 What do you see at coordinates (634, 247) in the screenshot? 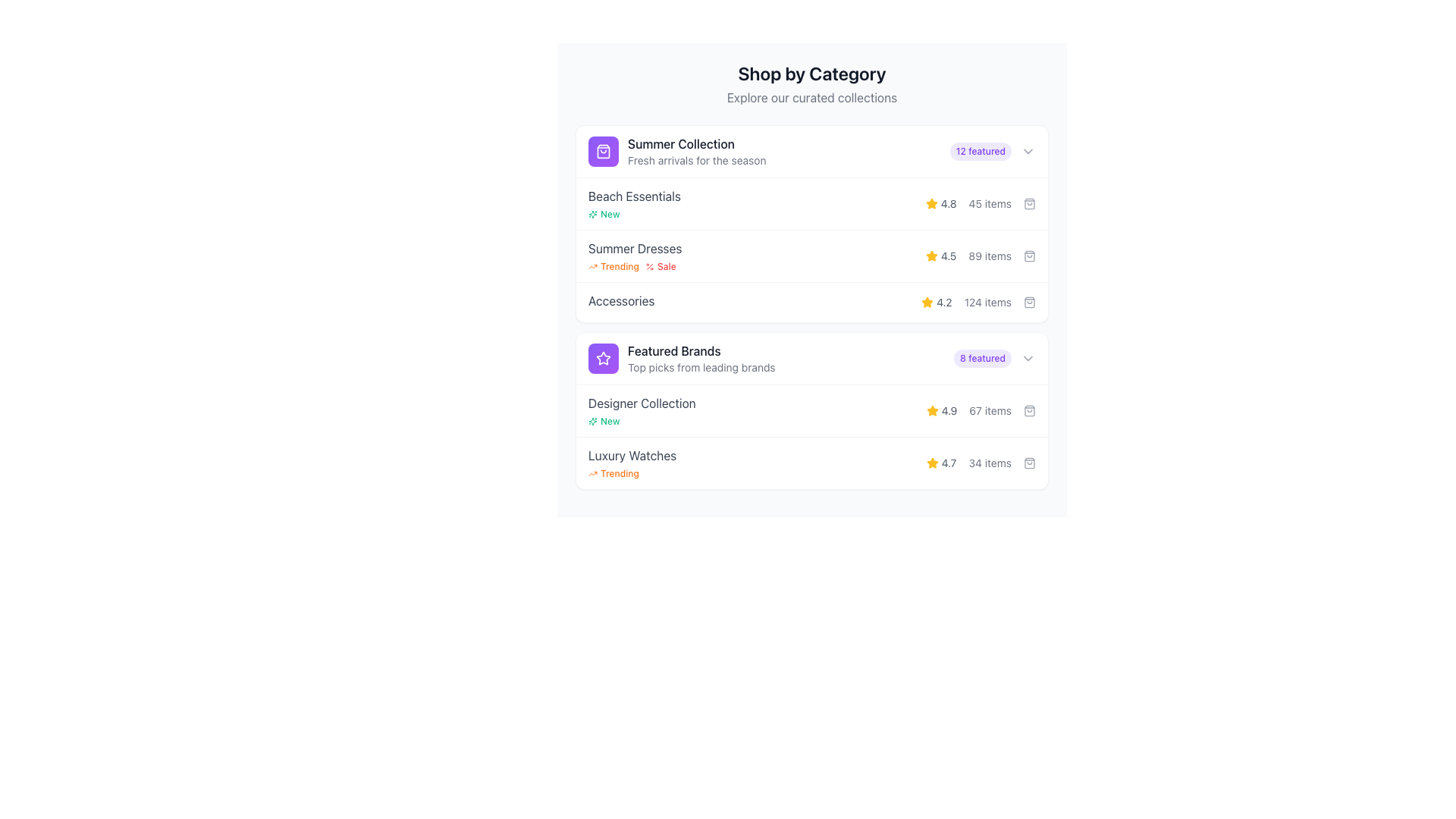
I see `the 'Summer Dresses' text label located in the 'Shop by Category' panel, positioned below the 'Summer Collection' title and above 'Beach Essentials'` at bounding box center [634, 247].